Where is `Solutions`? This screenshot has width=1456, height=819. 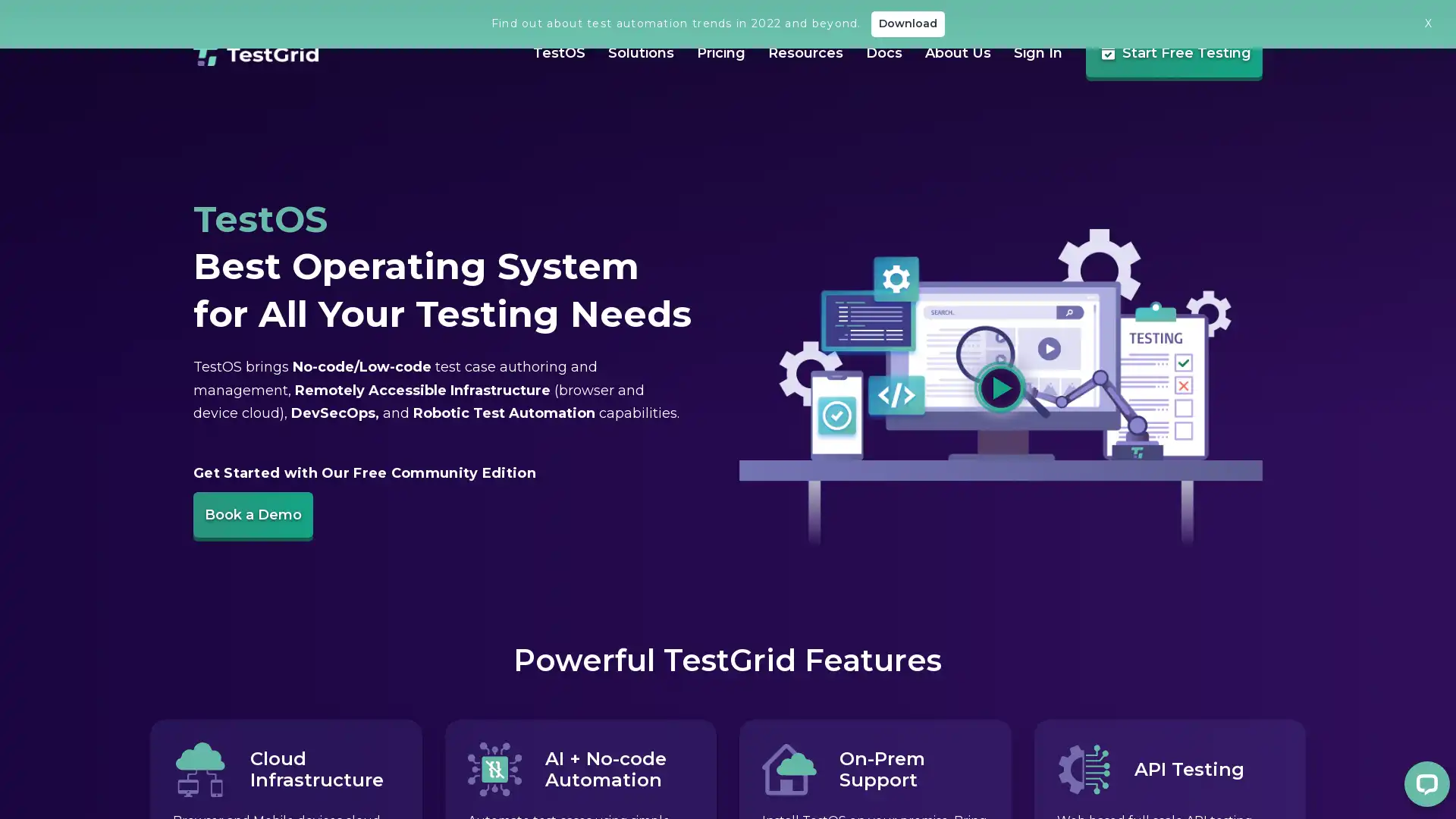 Solutions is located at coordinates (626, 95).